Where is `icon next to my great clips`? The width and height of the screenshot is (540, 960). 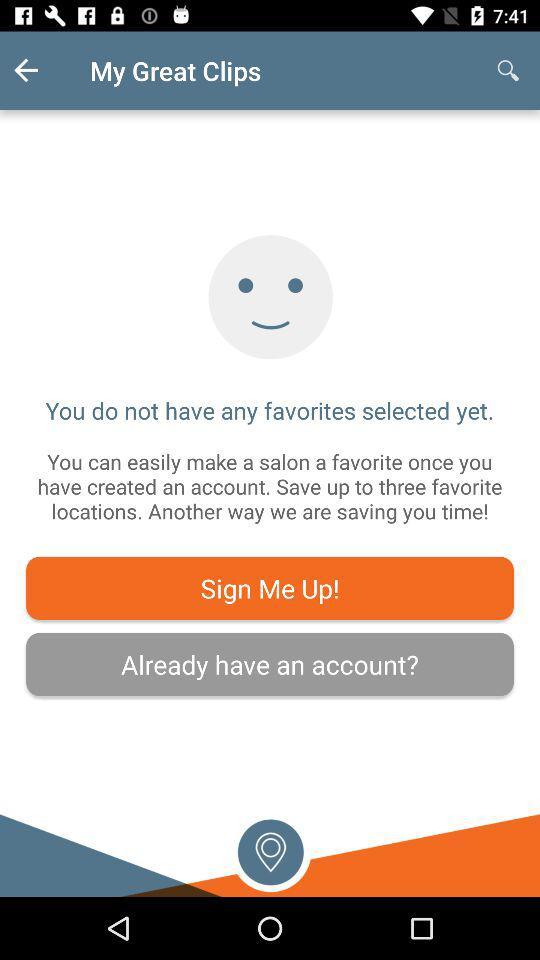
icon next to my great clips is located at coordinates (42, 70).